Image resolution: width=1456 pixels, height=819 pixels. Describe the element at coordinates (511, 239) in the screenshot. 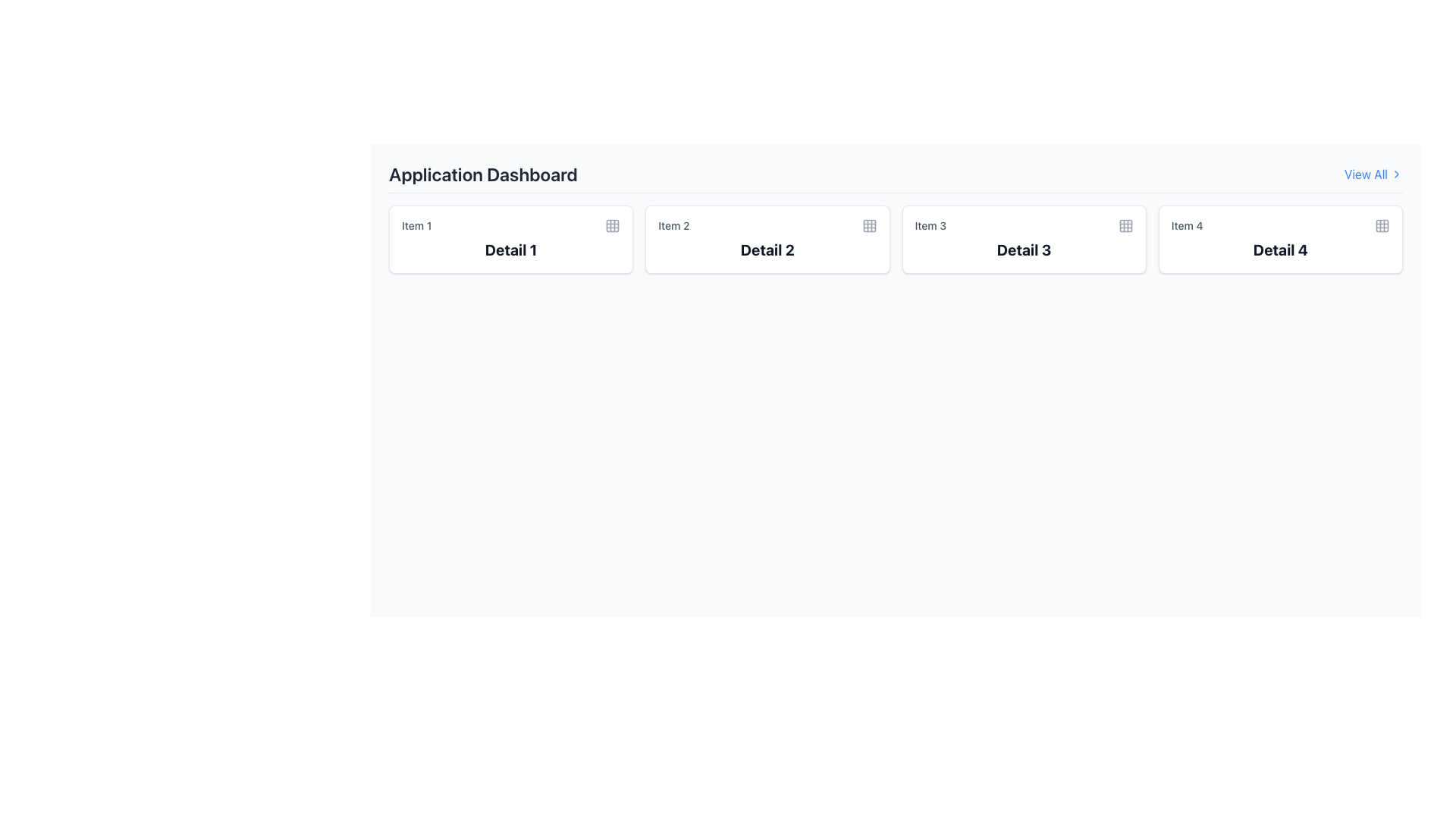

I see `the first card in the grid that represents 'Item 1'` at that location.